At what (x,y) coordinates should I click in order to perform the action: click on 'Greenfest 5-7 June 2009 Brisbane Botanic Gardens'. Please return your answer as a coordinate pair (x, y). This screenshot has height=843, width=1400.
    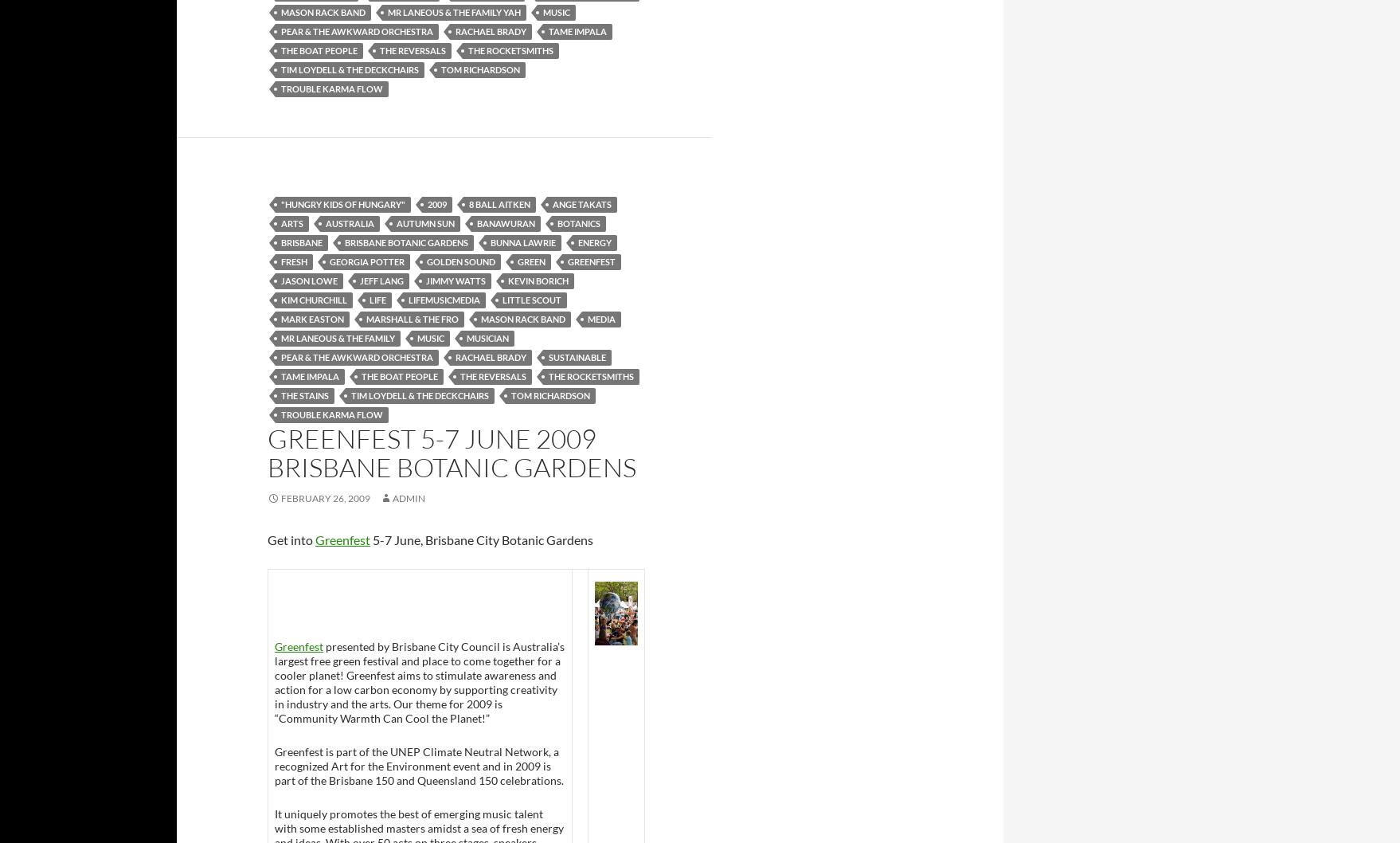
    Looking at the image, I should click on (451, 452).